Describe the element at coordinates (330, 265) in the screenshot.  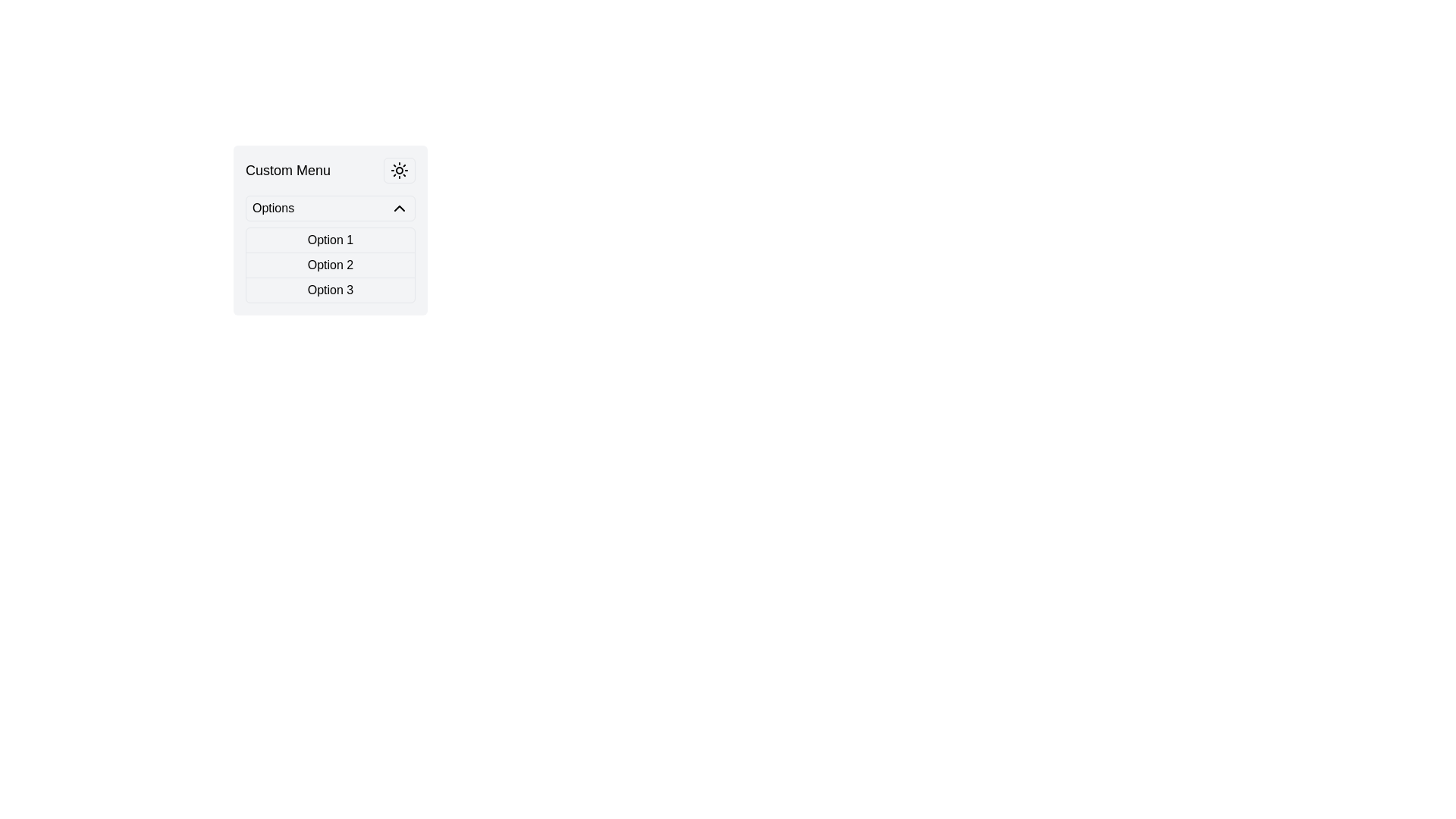
I see `the text-based menu option reading 'Option 2'` at that location.